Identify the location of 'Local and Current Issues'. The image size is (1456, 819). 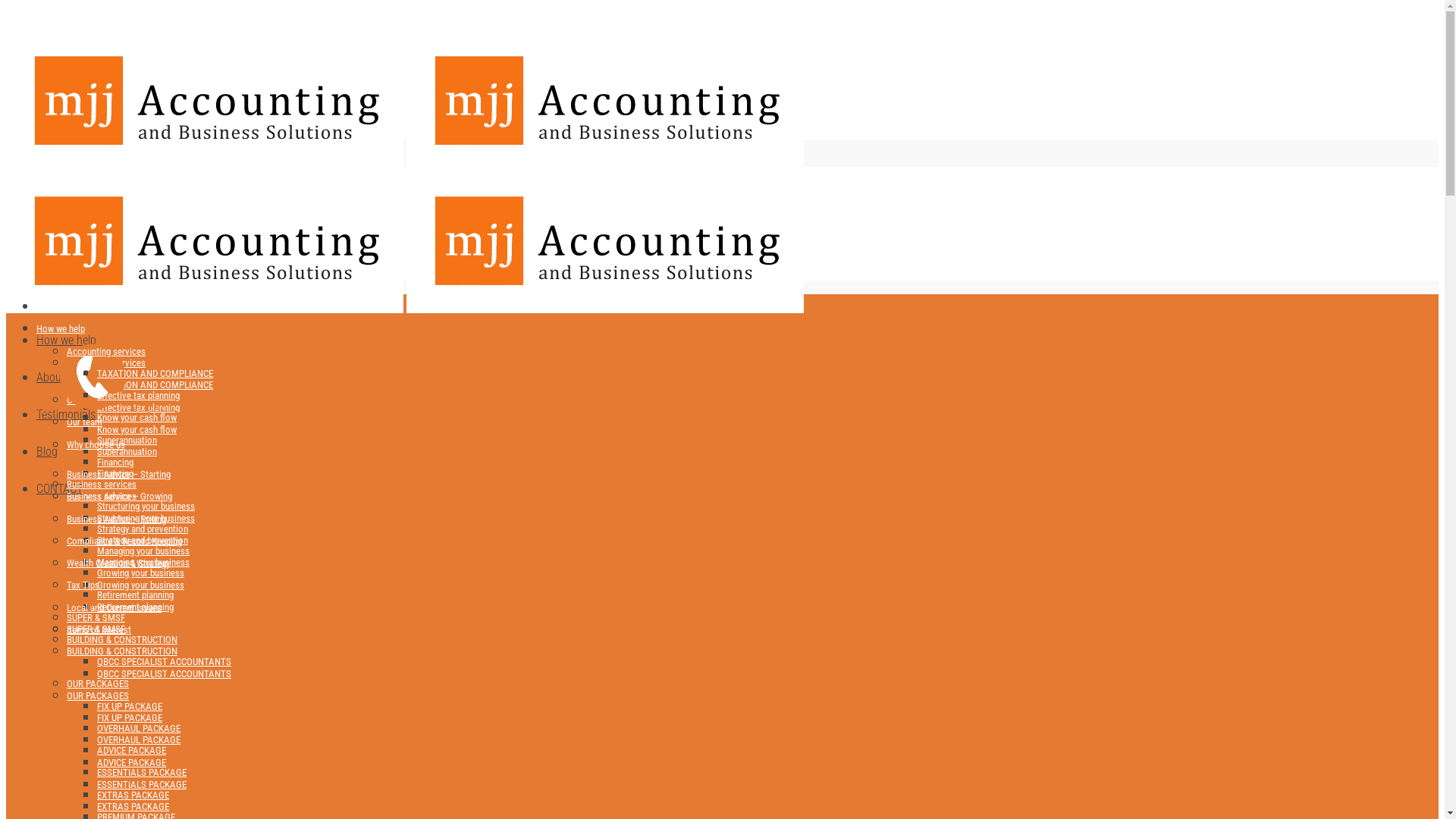
(113, 607).